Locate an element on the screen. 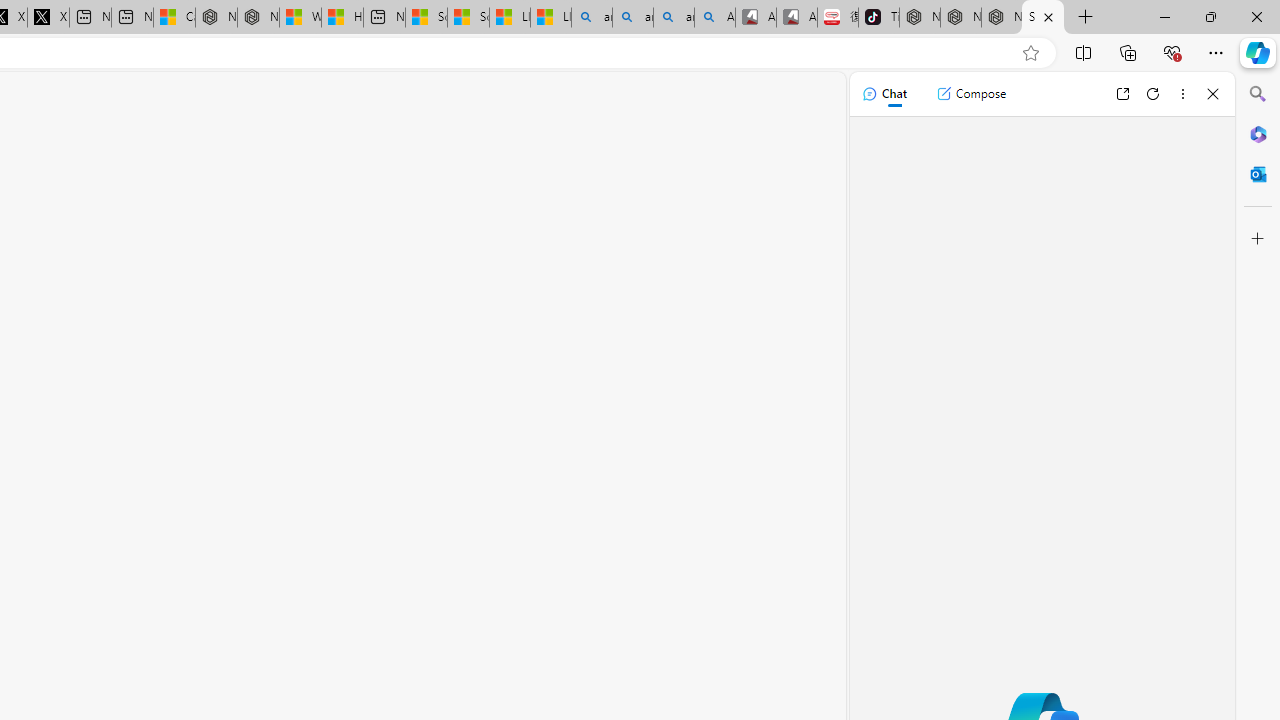 This screenshot has width=1280, height=720. 'Compose' is located at coordinates (971, 93).